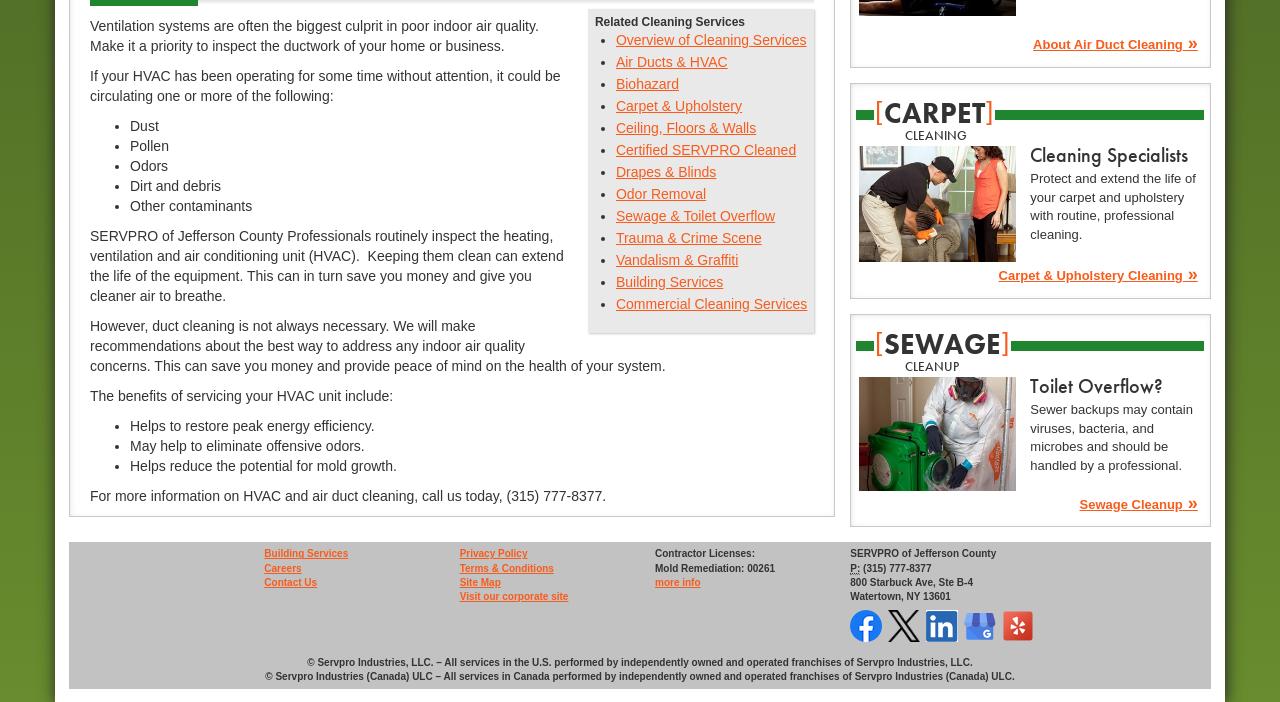  I want to click on 'May help to eliminate offensive odors.', so click(246, 443).